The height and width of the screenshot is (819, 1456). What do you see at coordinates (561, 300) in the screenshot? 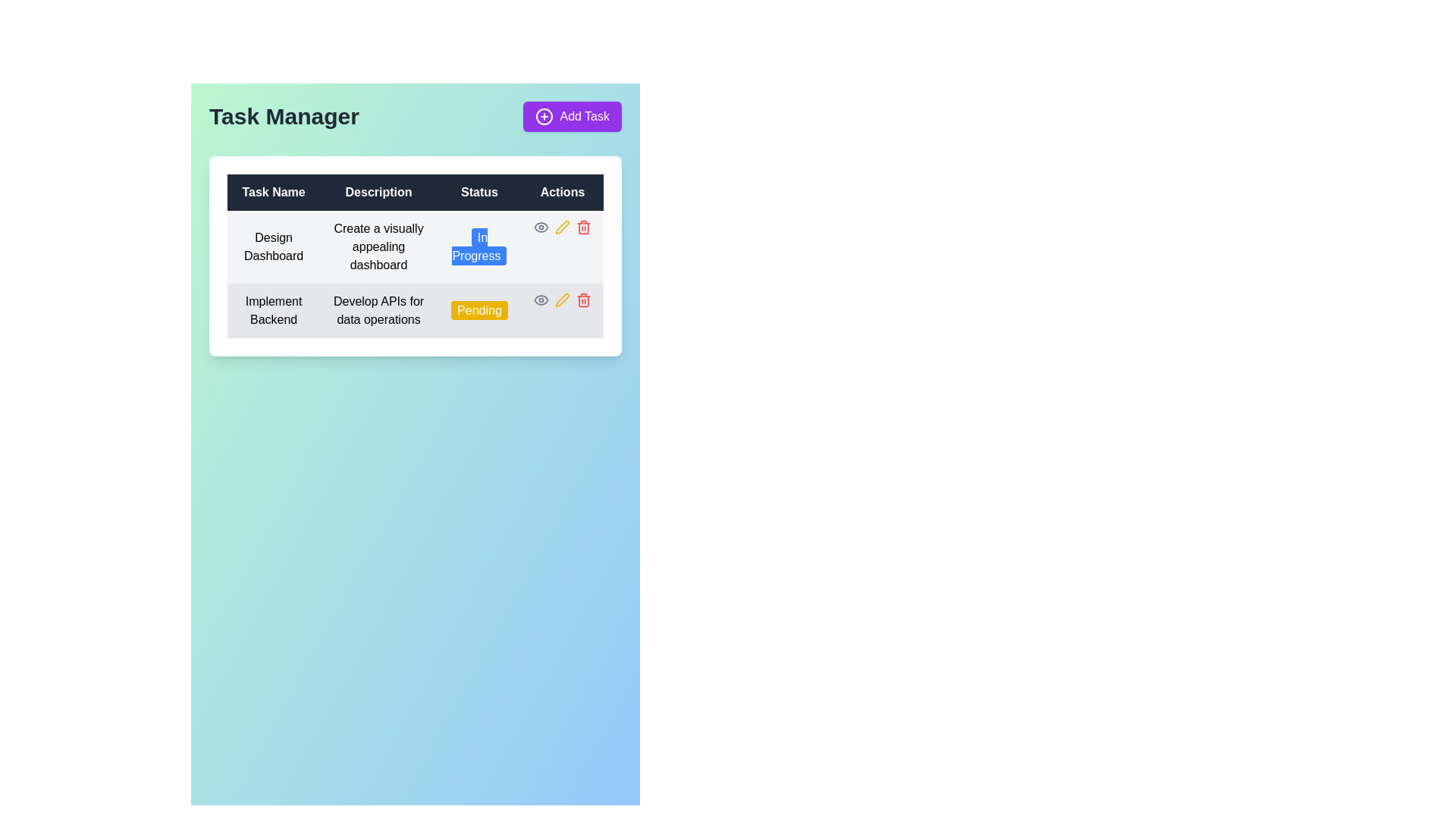
I see `the pencil icon button located in the 'Actions' column for the 'Implement Backend' row` at bounding box center [561, 300].